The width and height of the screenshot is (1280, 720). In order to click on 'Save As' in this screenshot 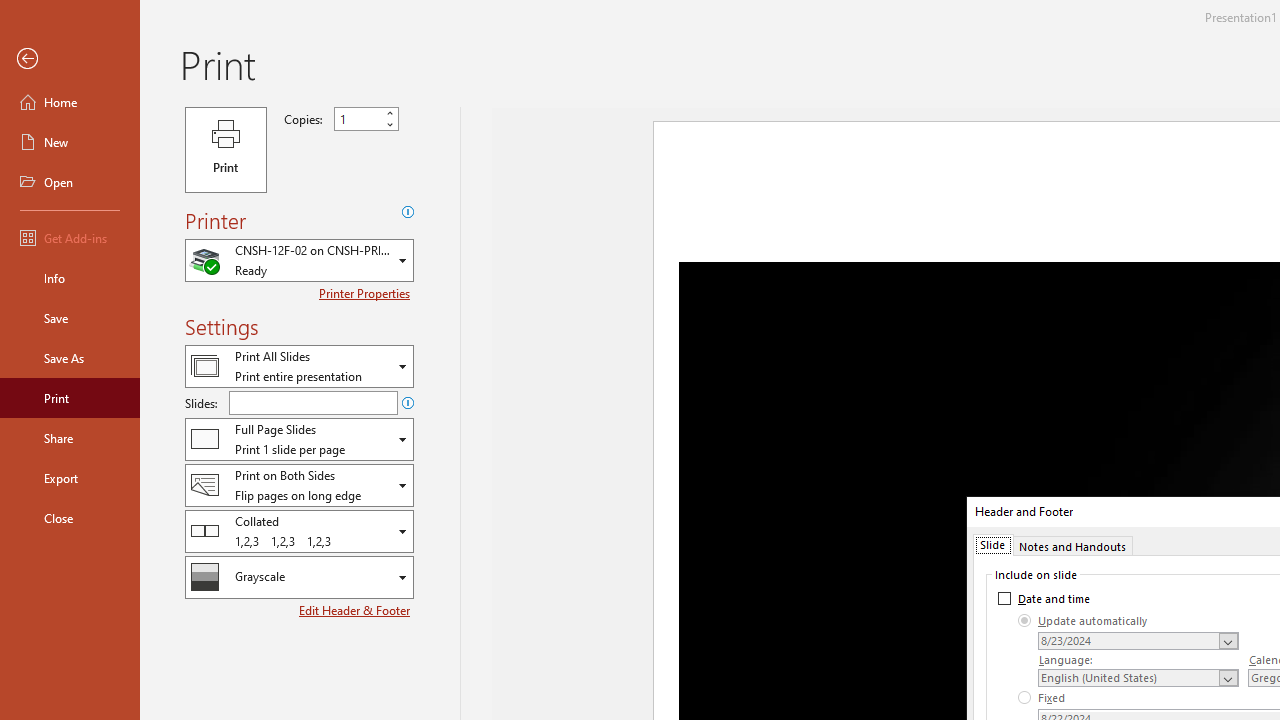, I will do `click(69, 356)`.